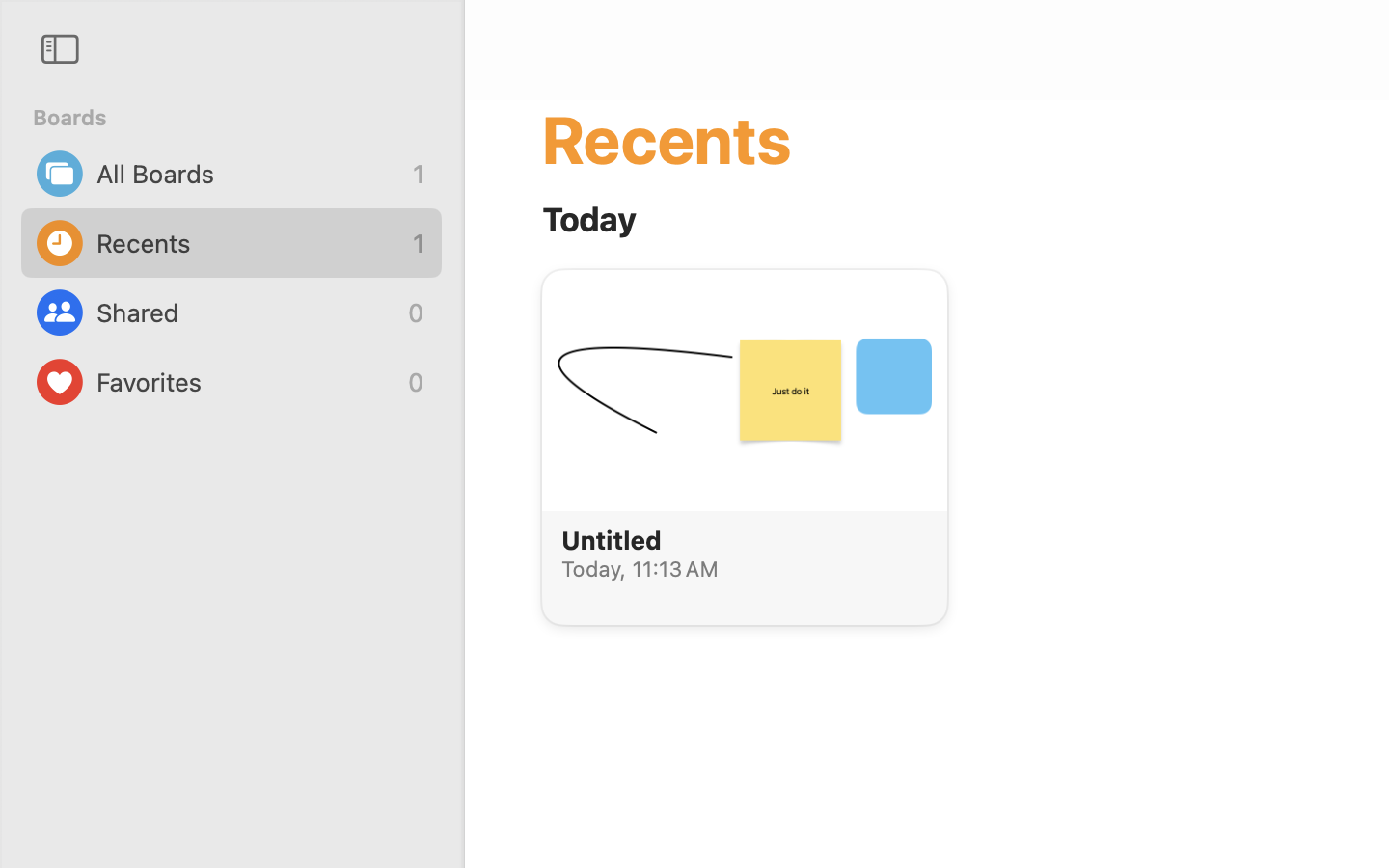 The width and height of the screenshot is (1389, 868). What do you see at coordinates (246, 382) in the screenshot?
I see `'Favorites'` at bounding box center [246, 382].